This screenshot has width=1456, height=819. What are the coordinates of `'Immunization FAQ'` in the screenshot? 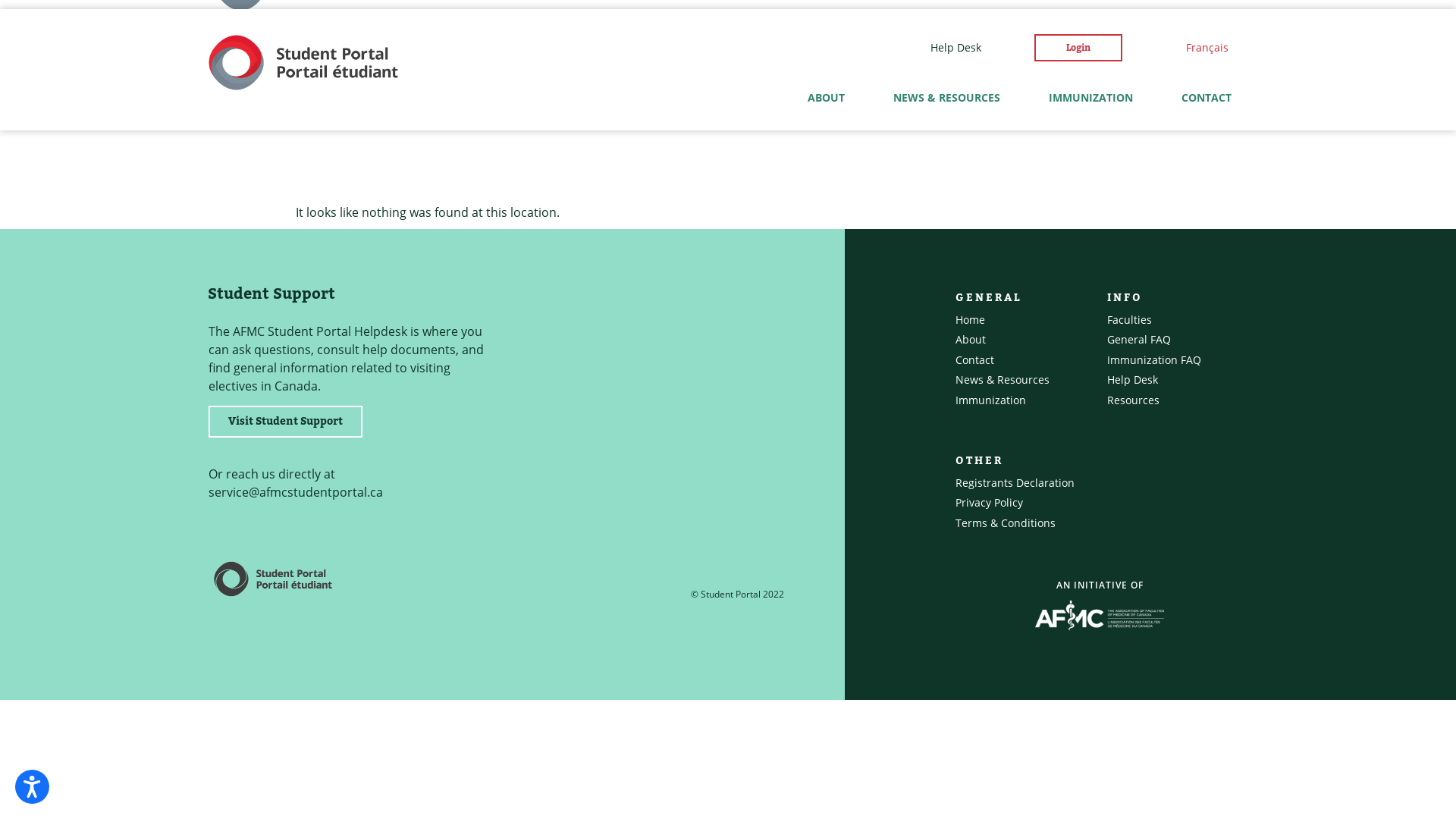 It's located at (1153, 359).